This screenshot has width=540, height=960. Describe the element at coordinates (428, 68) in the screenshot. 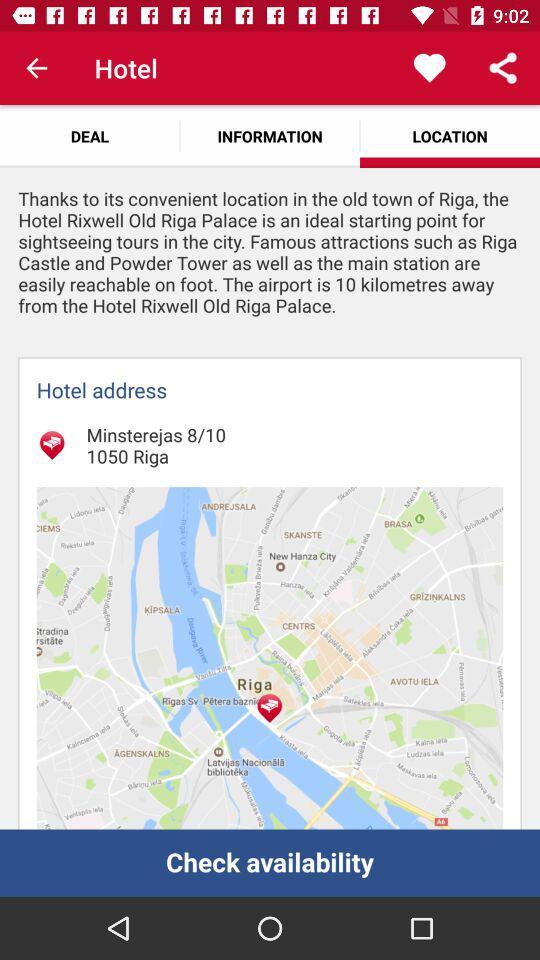

I see `the app above the location app` at that location.